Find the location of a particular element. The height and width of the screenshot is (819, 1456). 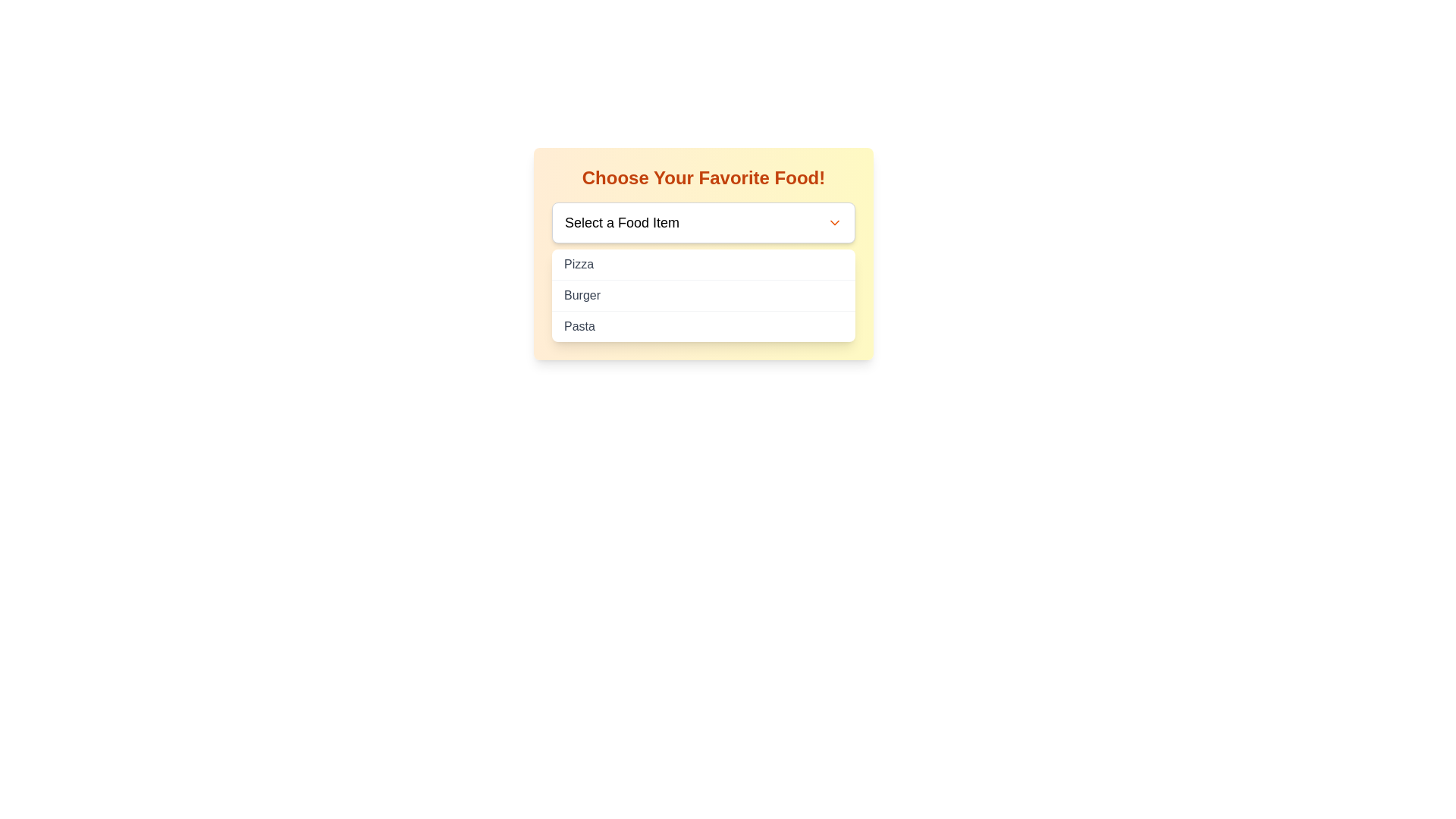

the third item in the dropdown menu labeled 'Pasta' is located at coordinates (702, 325).